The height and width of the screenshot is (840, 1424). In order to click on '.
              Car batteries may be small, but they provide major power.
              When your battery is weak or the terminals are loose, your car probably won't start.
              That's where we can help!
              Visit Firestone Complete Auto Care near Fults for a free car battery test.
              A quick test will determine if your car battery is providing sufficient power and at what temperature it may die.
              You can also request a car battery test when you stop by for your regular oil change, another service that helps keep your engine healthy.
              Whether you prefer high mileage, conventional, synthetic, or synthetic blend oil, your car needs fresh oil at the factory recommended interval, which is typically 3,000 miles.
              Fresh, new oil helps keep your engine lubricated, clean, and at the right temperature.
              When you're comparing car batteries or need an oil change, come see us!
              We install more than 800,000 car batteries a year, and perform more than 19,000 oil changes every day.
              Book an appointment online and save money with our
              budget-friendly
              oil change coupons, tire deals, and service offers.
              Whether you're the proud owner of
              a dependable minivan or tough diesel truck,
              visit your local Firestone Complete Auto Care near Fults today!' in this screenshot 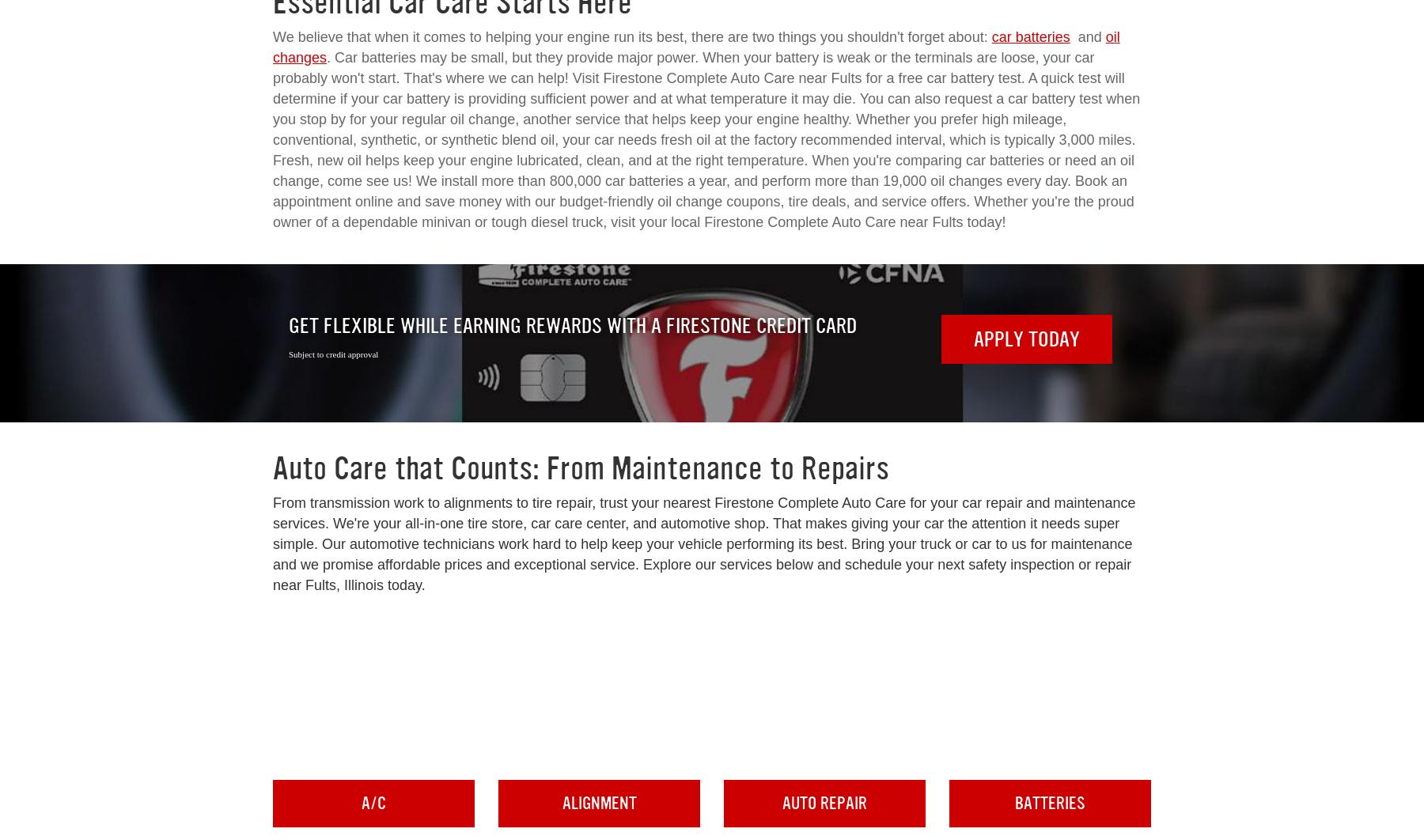, I will do `click(706, 140)`.